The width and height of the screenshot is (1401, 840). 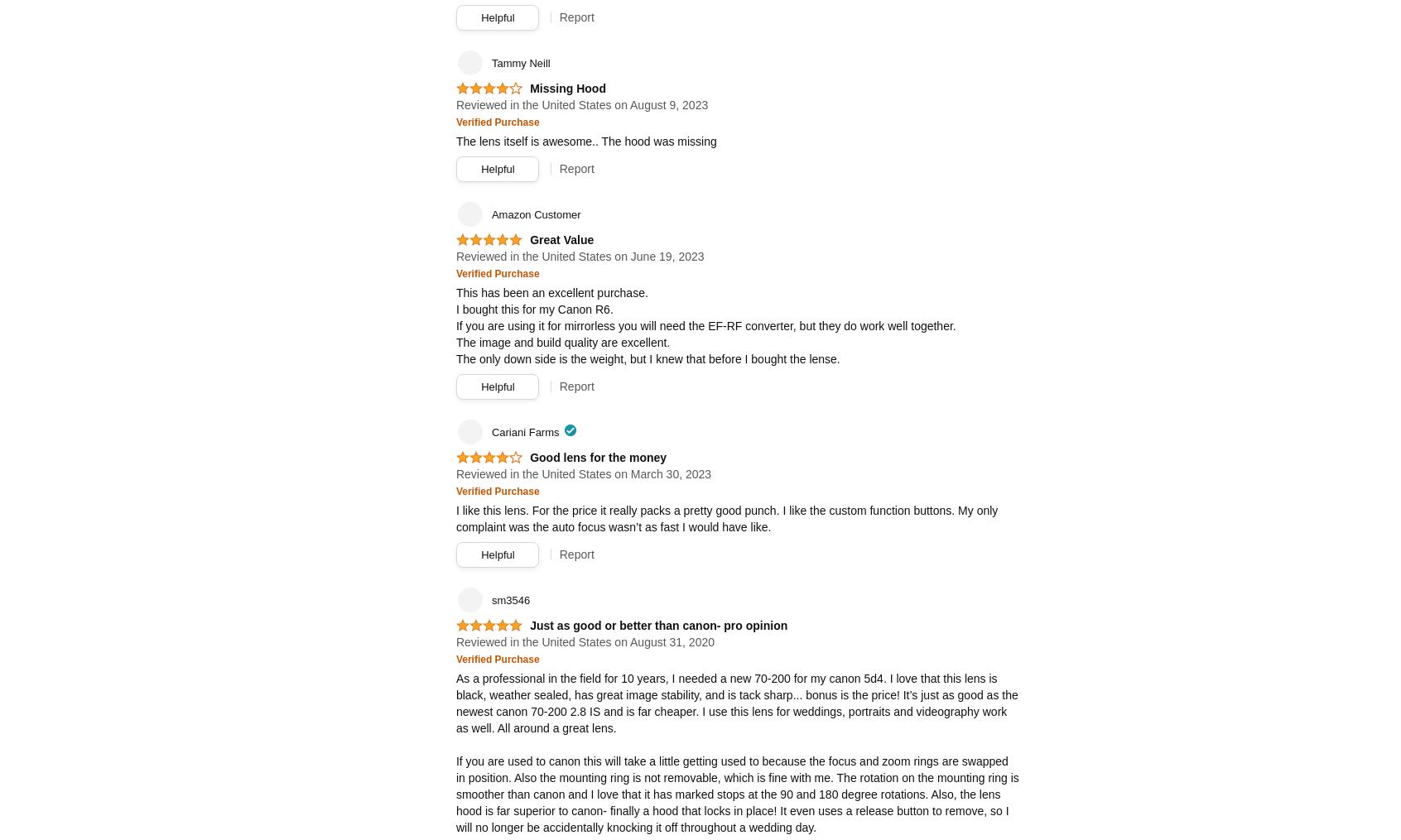 What do you see at coordinates (485, 158) in the screenshot?
I see `'Tripod Ring:'` at bounding box center [485, 158].